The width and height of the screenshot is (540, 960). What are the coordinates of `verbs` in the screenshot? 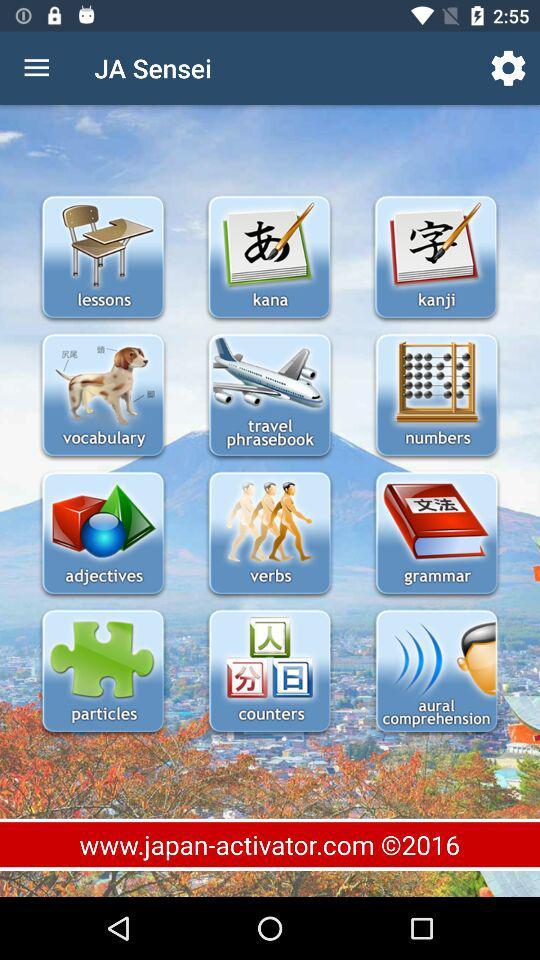 It's located at (269, 534).